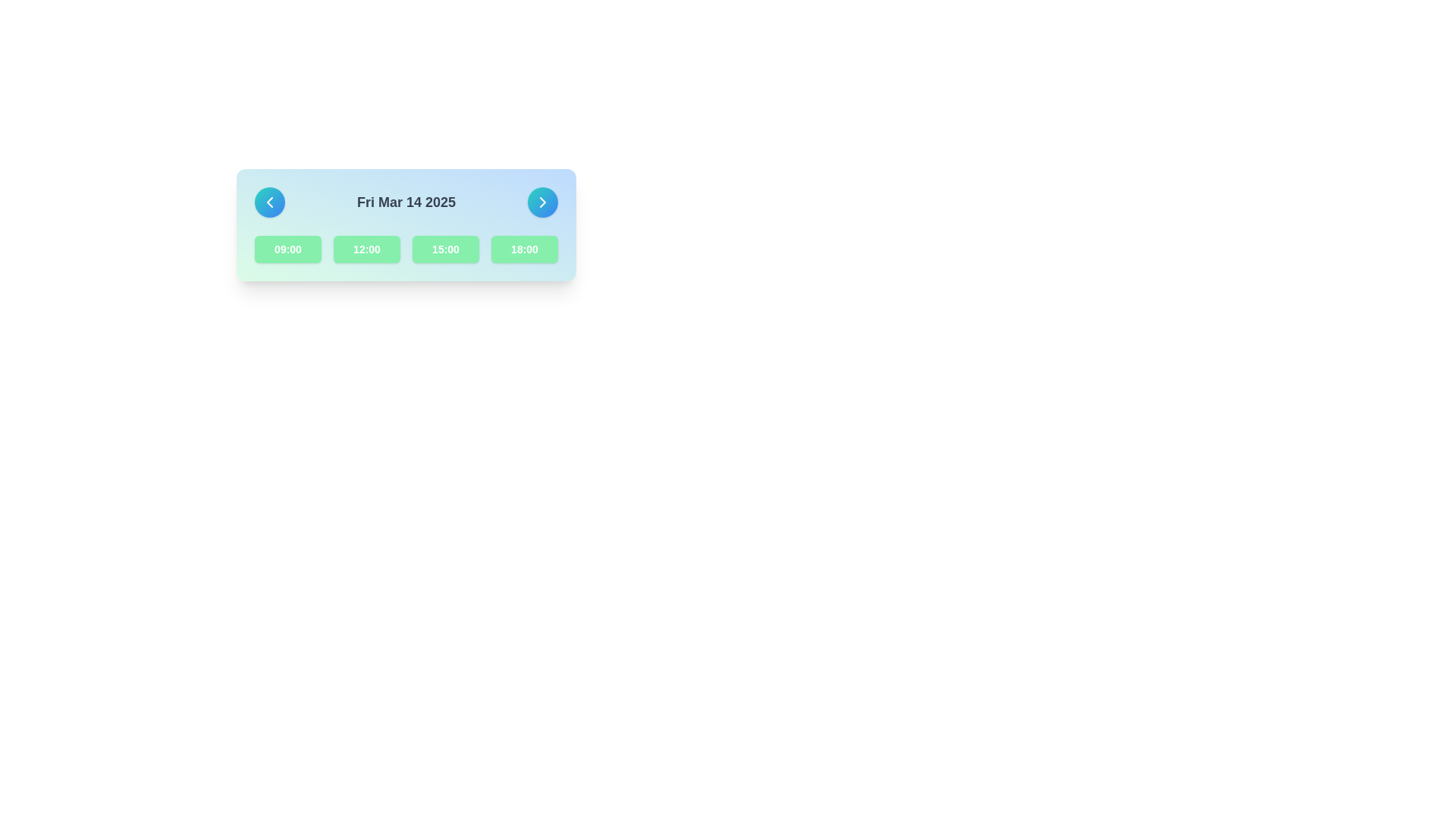 The height and width of the screenshot is (819, 1456). What do you see at coordinates (287, 248) in the screenshot?
I see `the selectable time option button for '09:00', located in the first position of a row of buttons` at bounding box center [287, 248].